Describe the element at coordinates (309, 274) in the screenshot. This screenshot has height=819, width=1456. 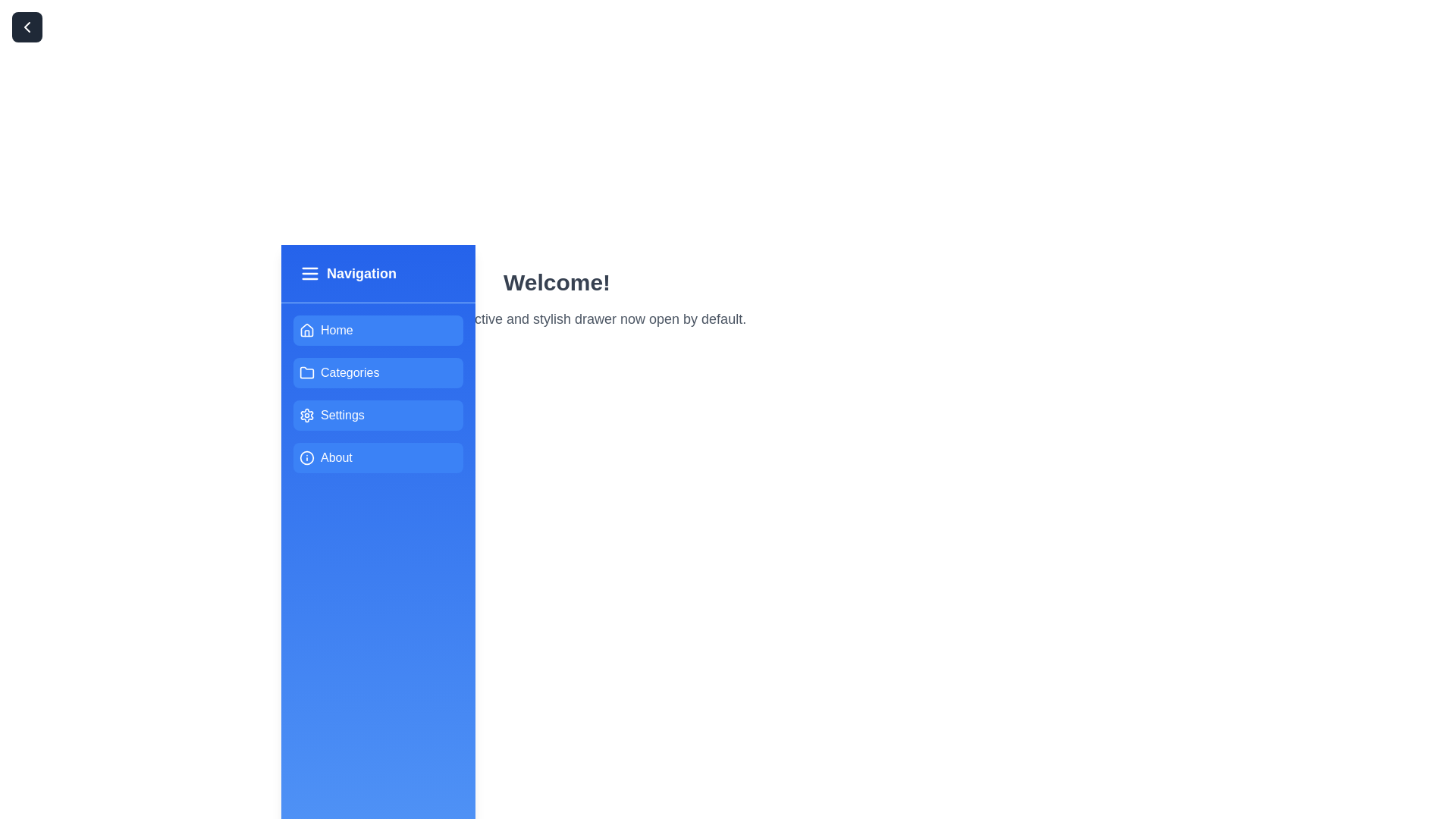
I see `the icon button located to the left of the 'Navigation' text in the header of the left-side vertical navigation bar` at that location.